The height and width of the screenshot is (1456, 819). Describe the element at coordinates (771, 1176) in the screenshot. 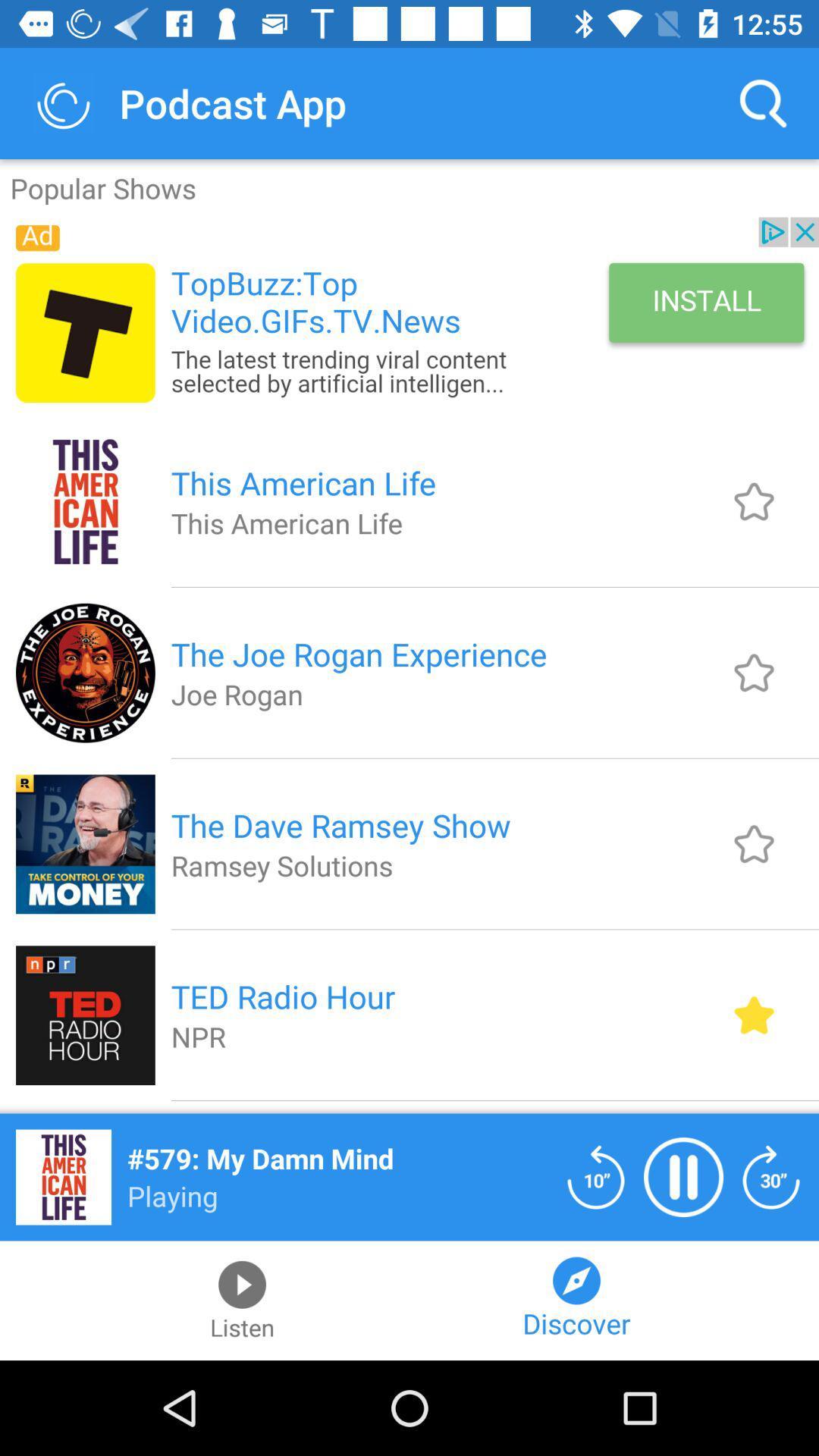

I see `the av_forward icon` at that location.